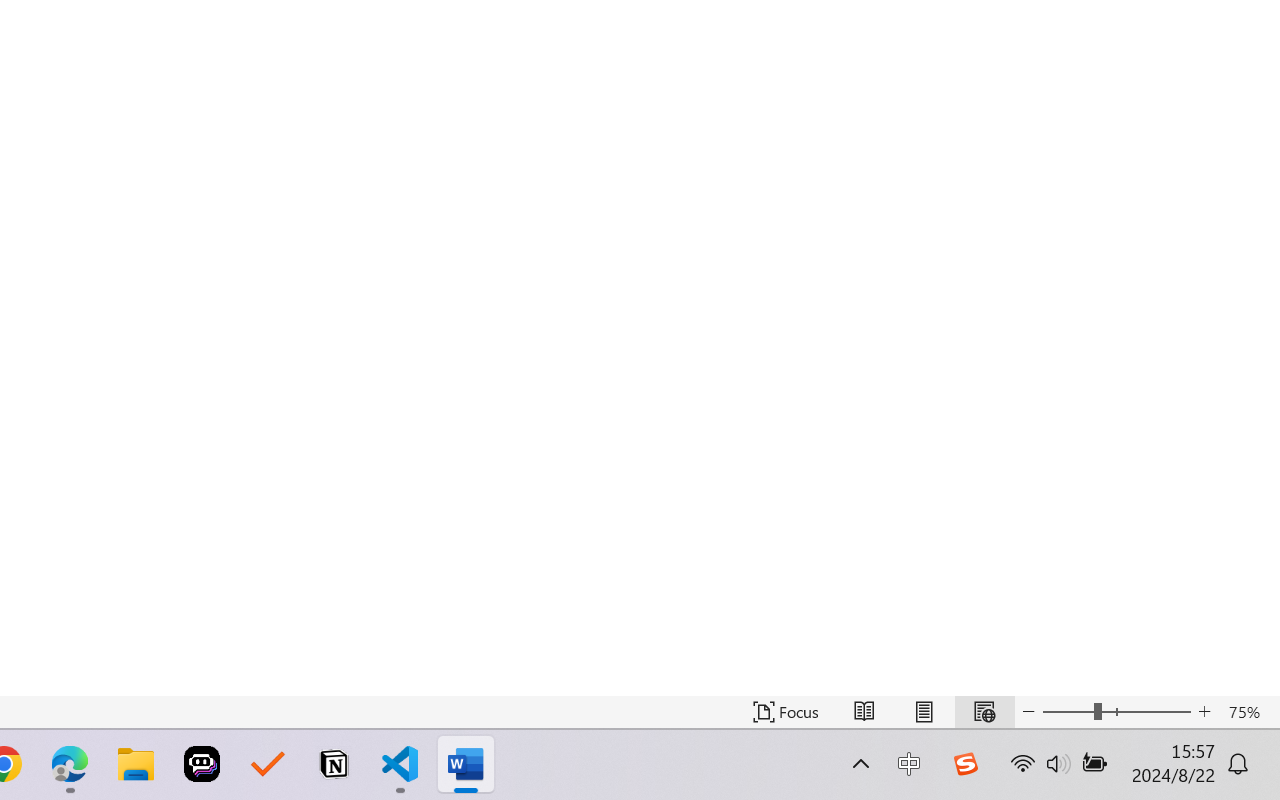  I want to click on 'Zoom In', so click(1204, 711).